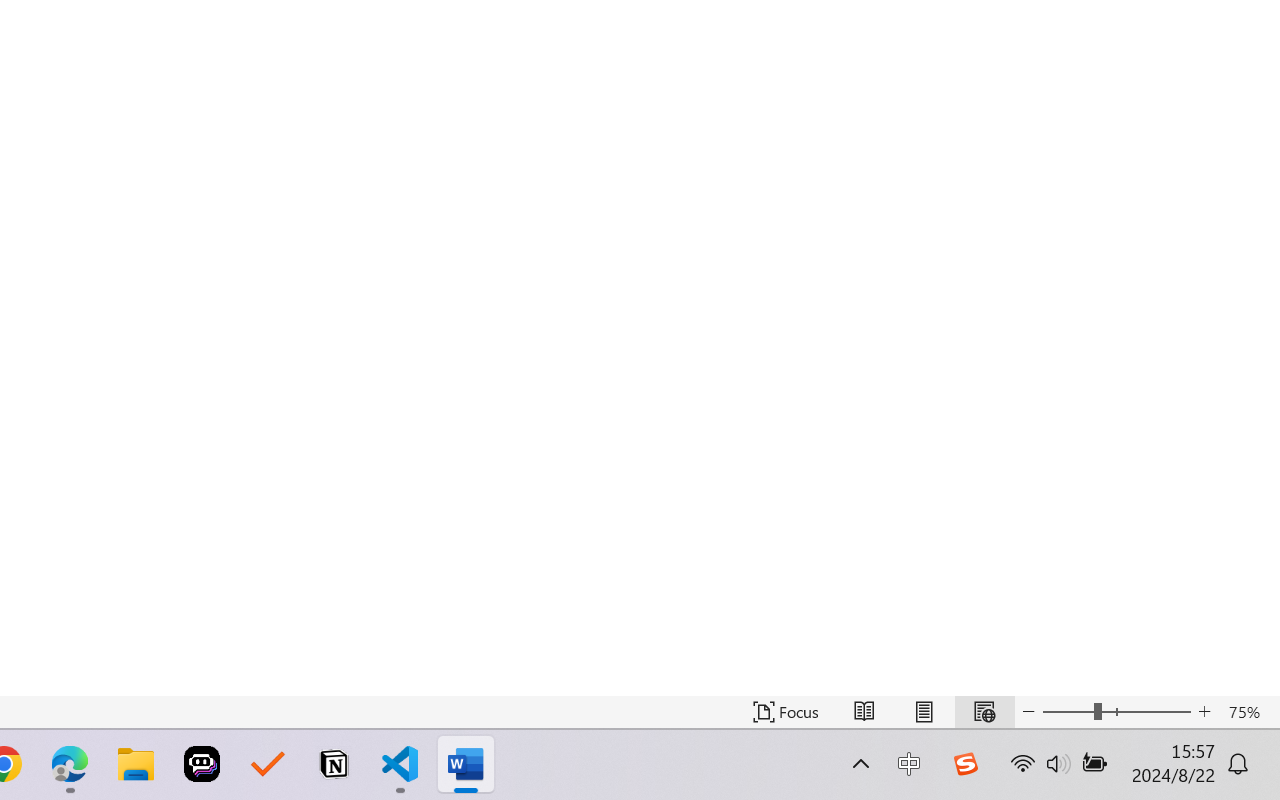  I want to click on 'Zoom In', so click(1204, 711).